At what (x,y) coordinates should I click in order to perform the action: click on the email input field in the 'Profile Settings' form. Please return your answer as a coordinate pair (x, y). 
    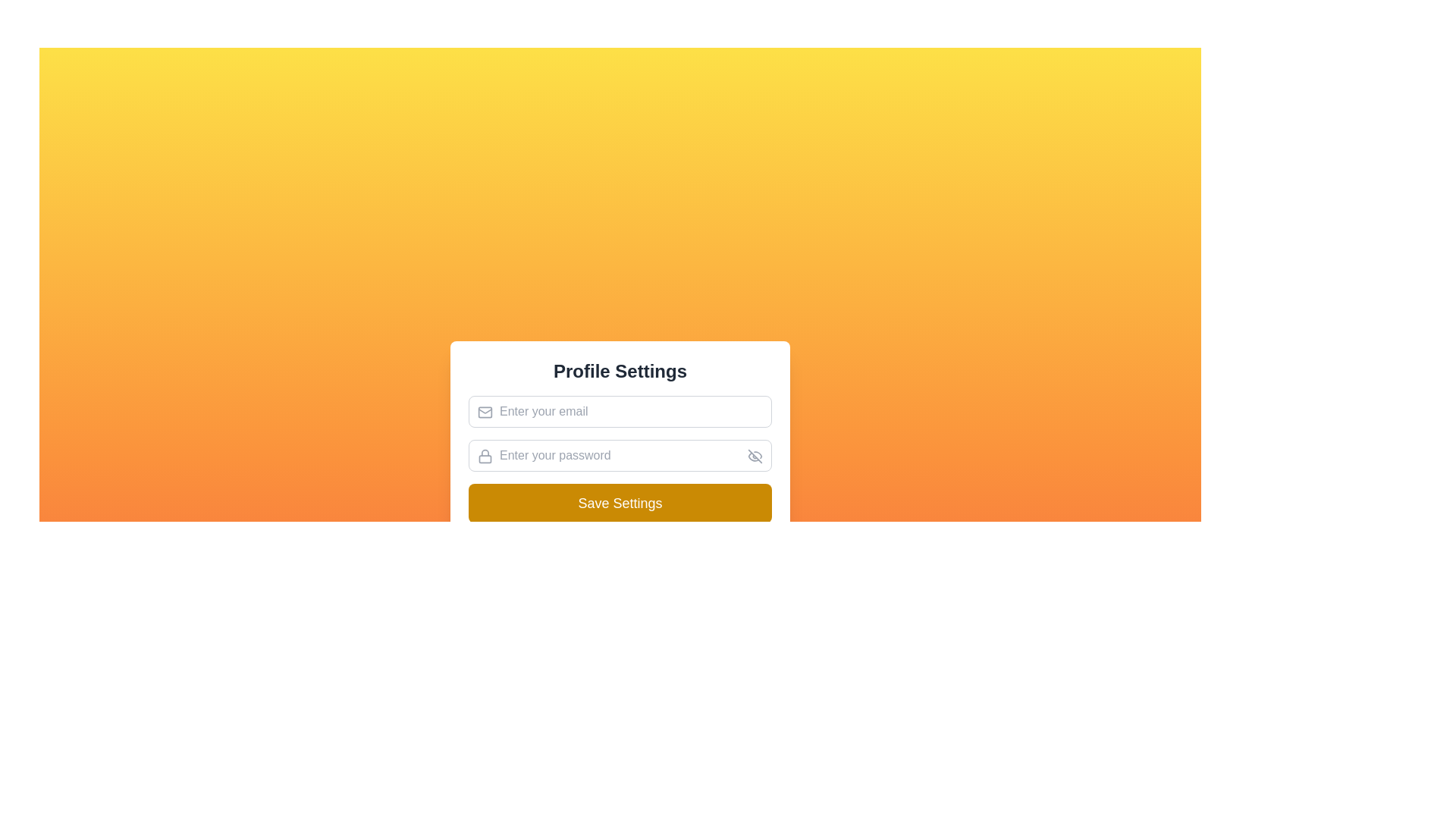
    Looking at the image, I should click on (620, 412).